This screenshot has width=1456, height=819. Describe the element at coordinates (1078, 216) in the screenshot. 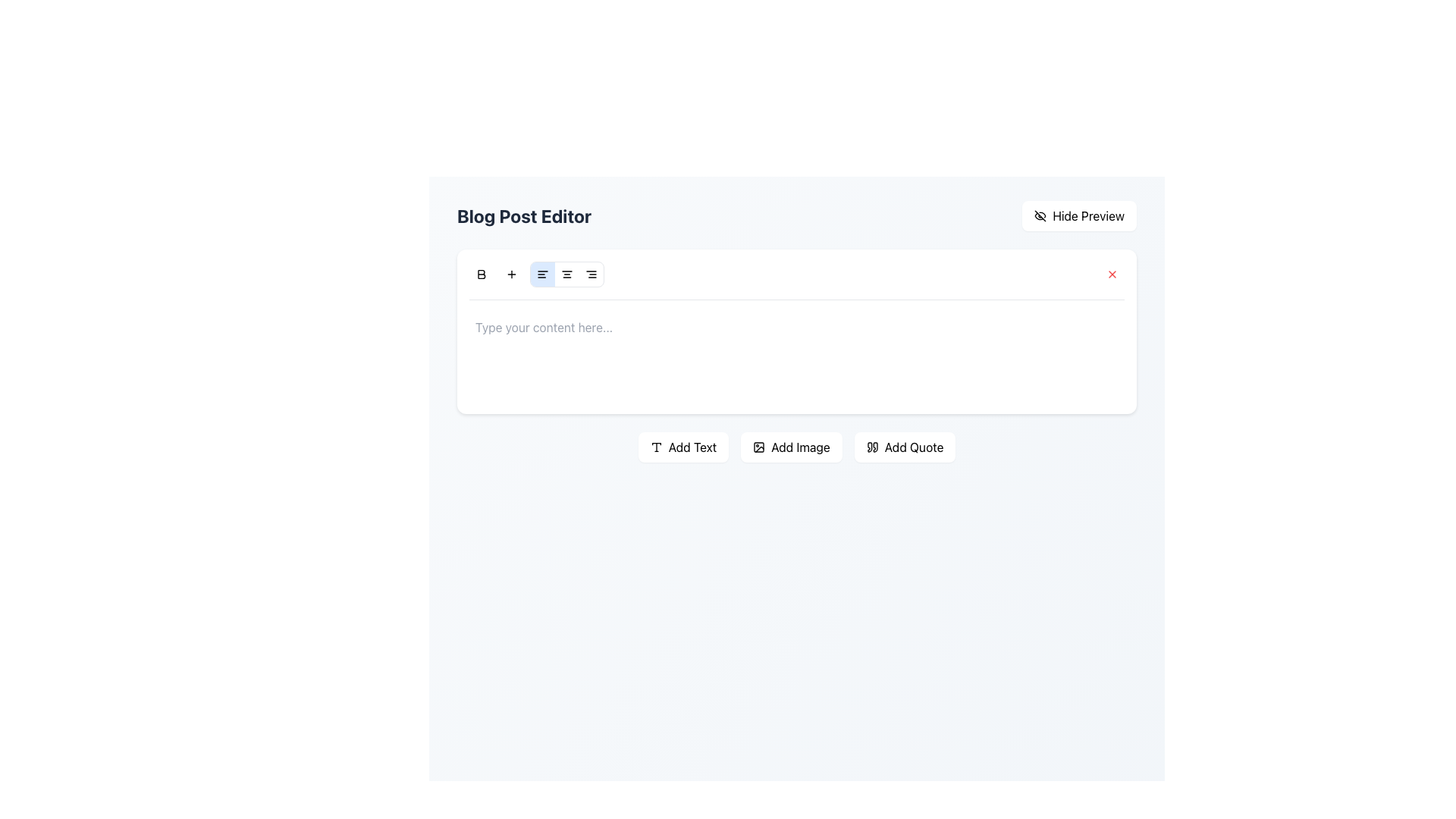

I see `the button that toggles the visibility of the preview pane, located at the top right corner of the interface` at that location.